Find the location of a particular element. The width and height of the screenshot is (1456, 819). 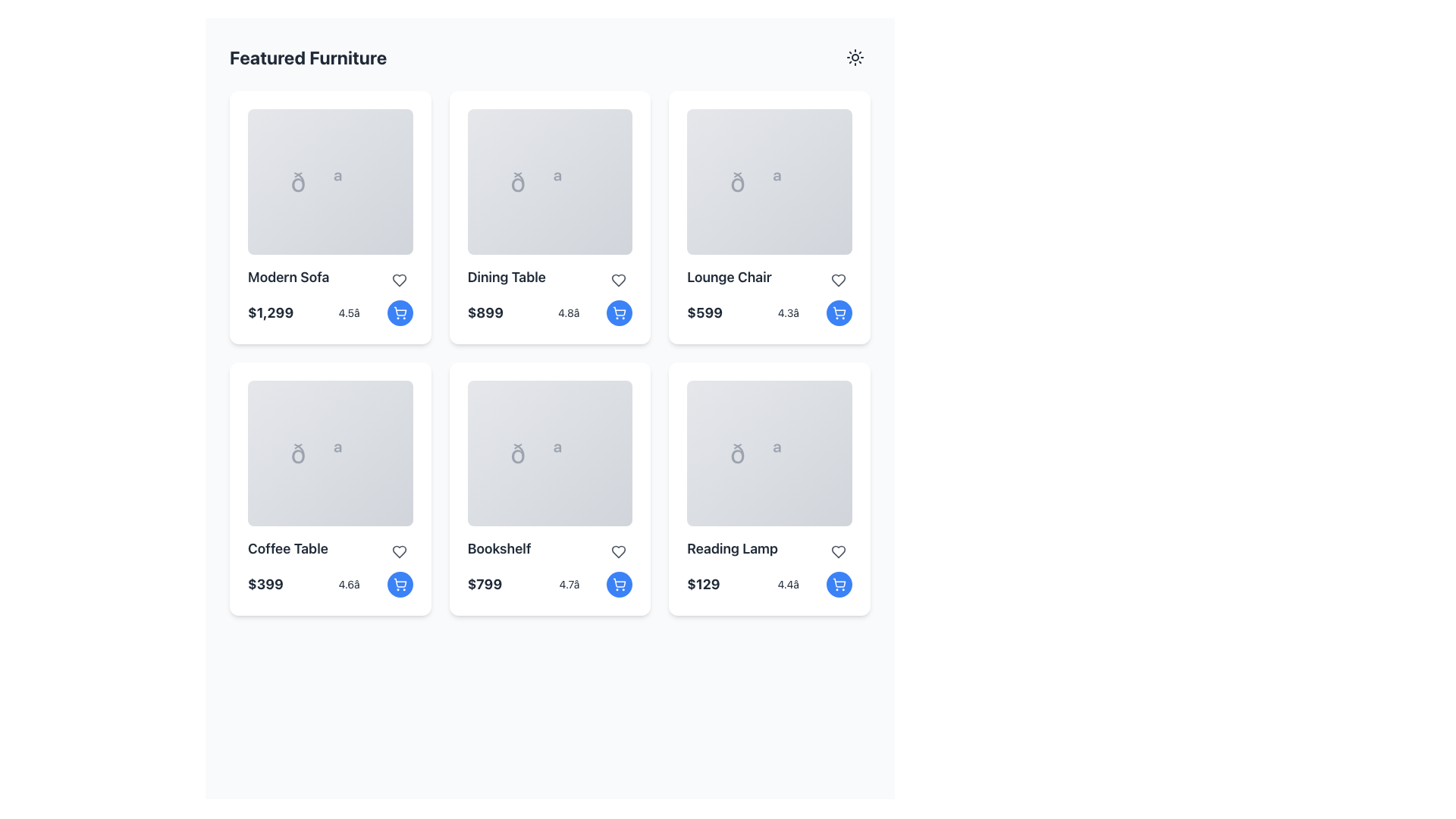

text label indicating 'Coffee Table' located in the third card of the second row, positioned above the price text '$399' is located at coordinates (287, 549).